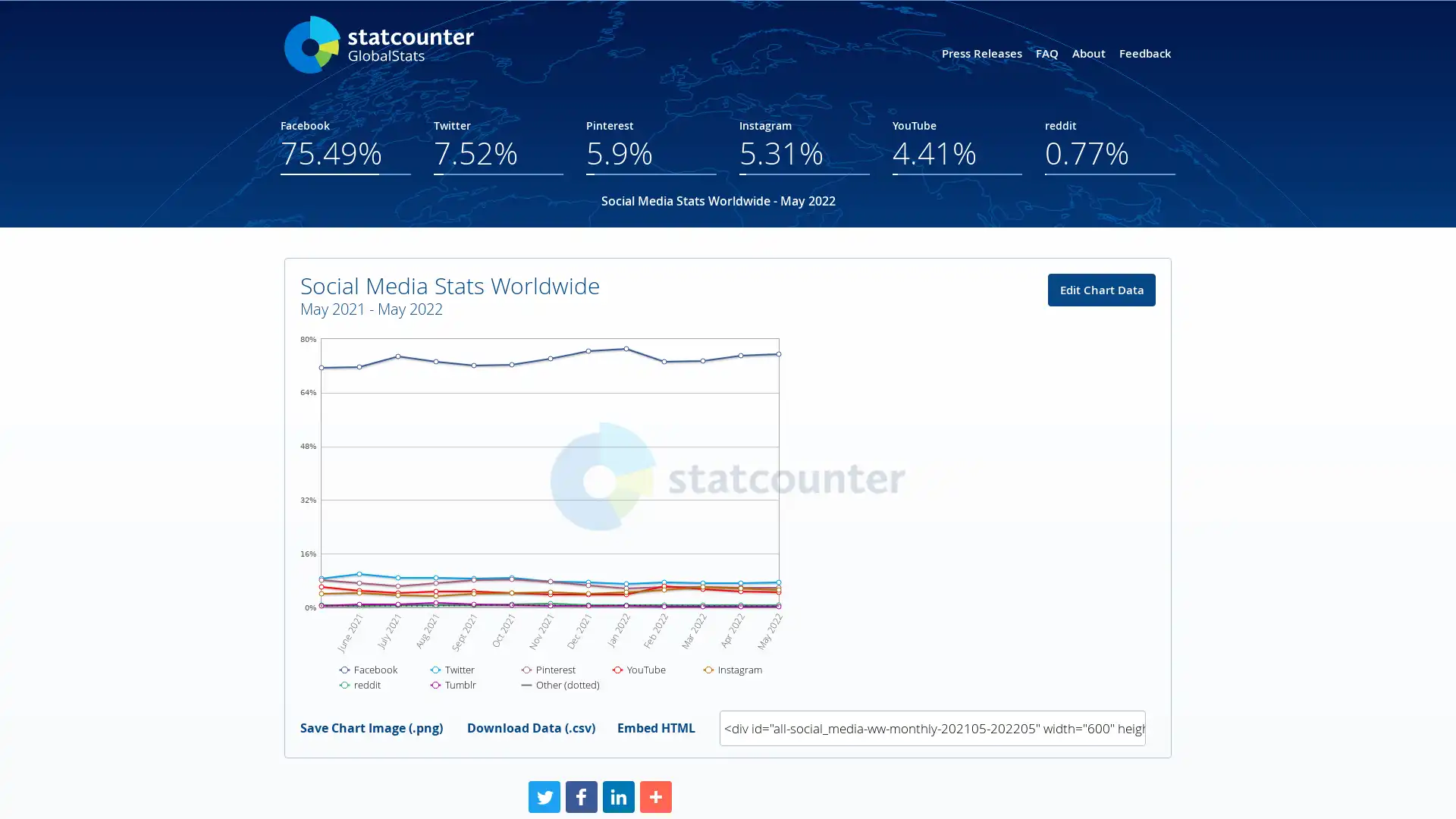 This screenshot has height=819, width=1456. Describe the element at coordinates (737, 795) in the screenshot. I see `Share to LinkedIn LinkedIn` at that location.